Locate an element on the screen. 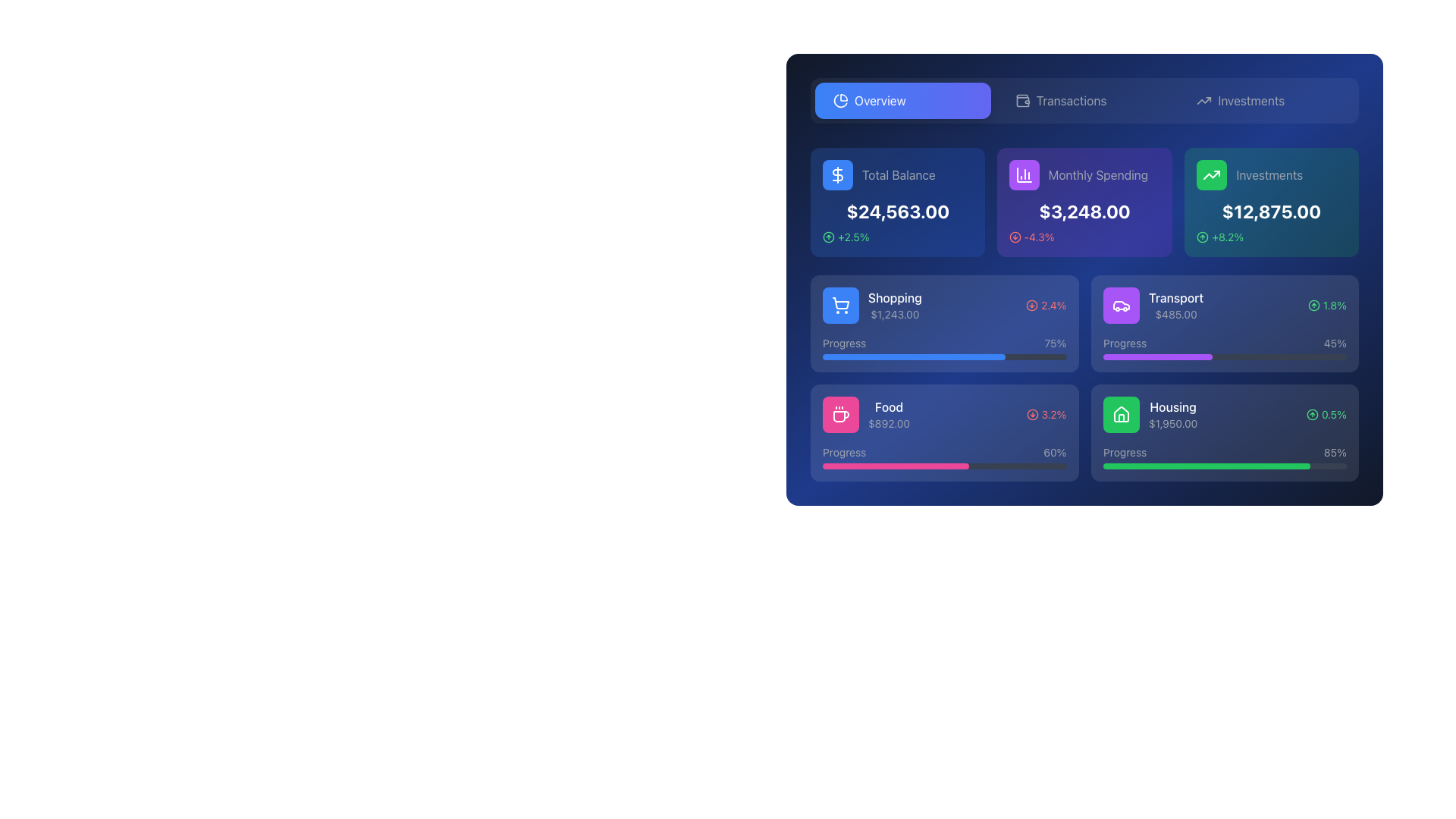 The image size is (1456, 819). the Text Display showing the prominent numeric value "$3,248.00" within the purple card labeled "Monthly Spending." is located at coordinates (1084, 211).